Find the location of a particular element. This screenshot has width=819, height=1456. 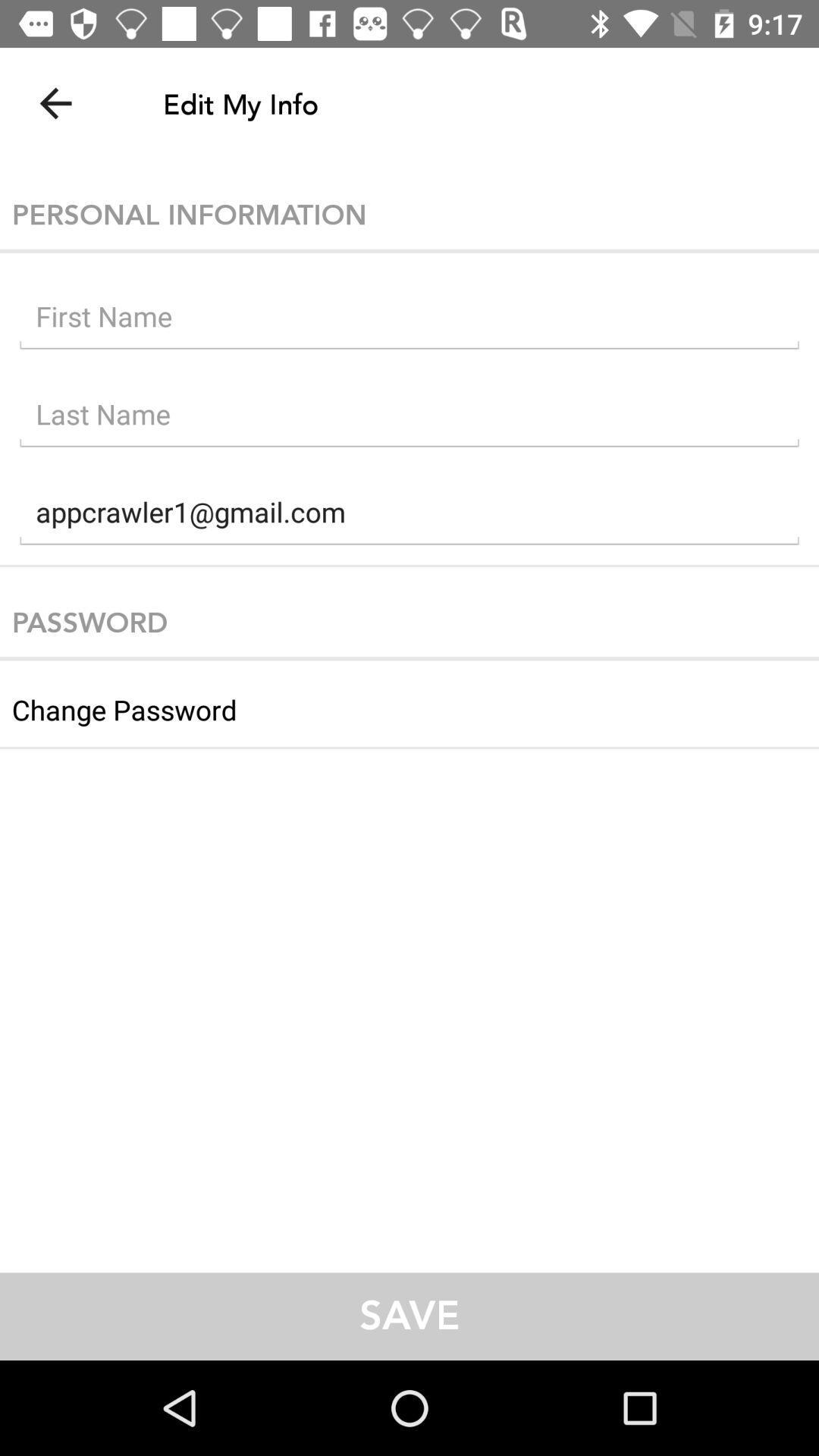

the item at the top left corner is located at coordinates (55, 102).